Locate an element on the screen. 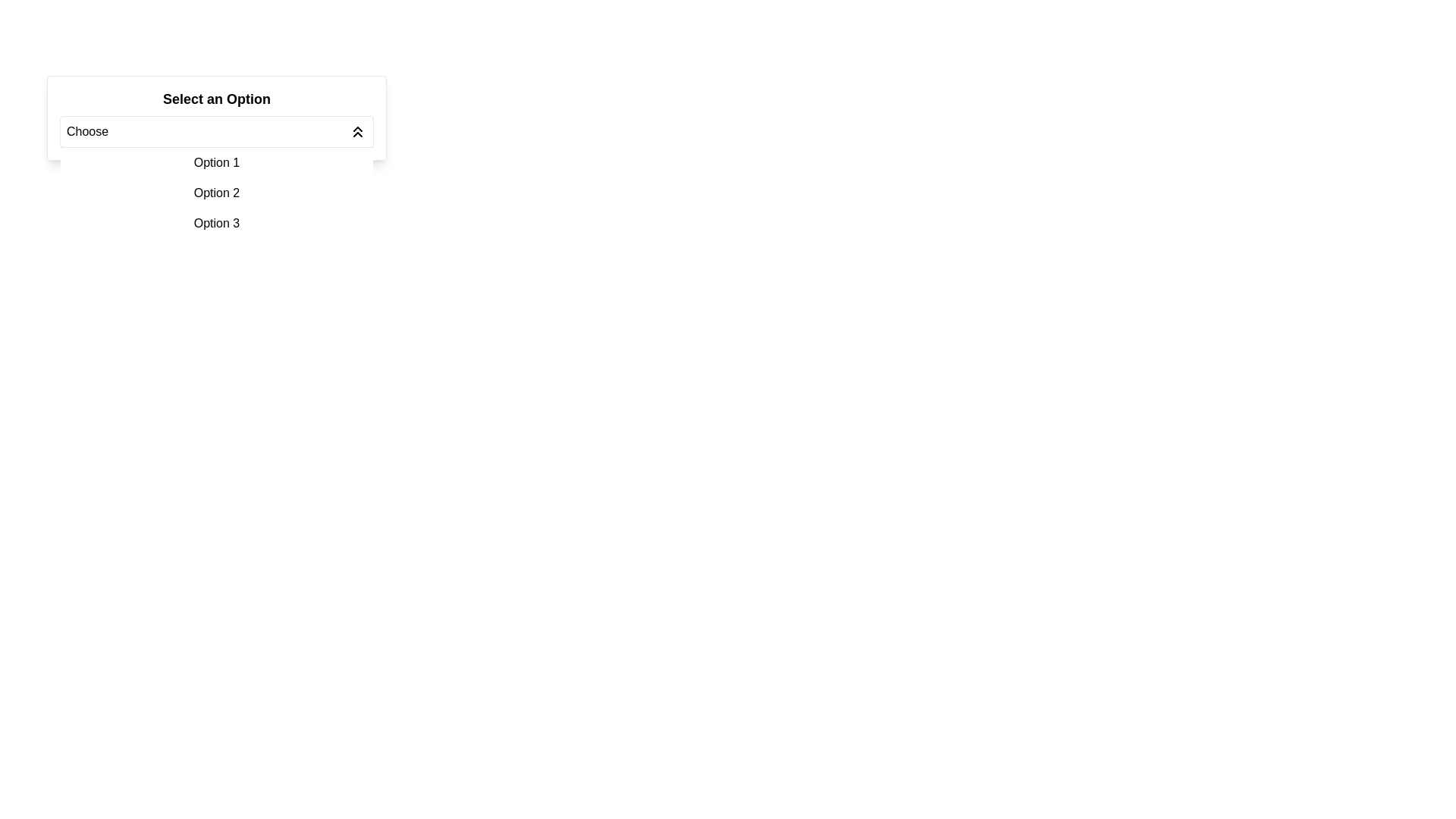 This screenshot has height=819, width=1456. an option from the dropdown menu labeled 'Choose' that has the title 'Select an Option' in bold text is located at coordinates (216, 117).